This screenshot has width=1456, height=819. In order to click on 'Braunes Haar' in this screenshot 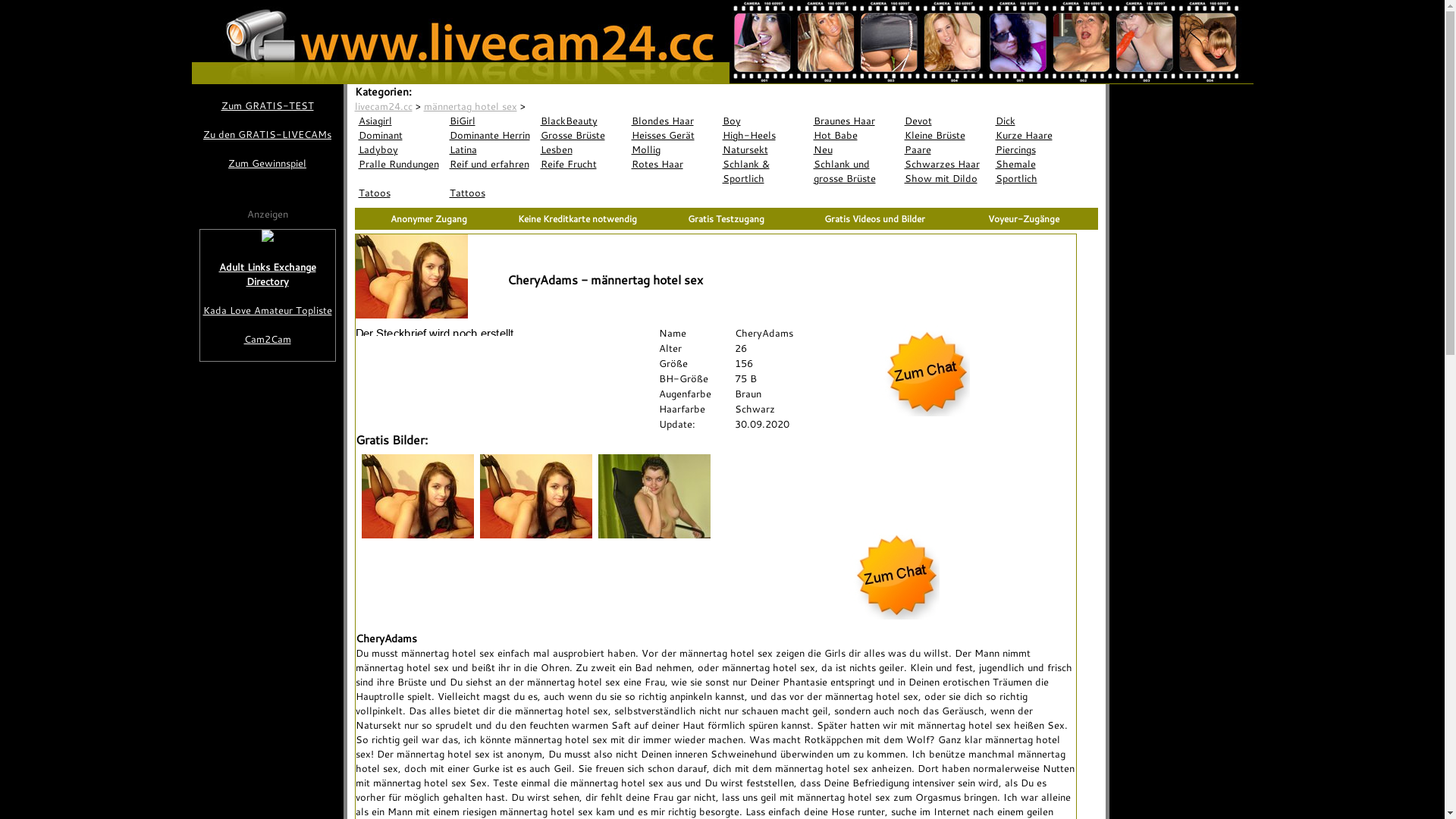, I will do `click(855, 120)`.